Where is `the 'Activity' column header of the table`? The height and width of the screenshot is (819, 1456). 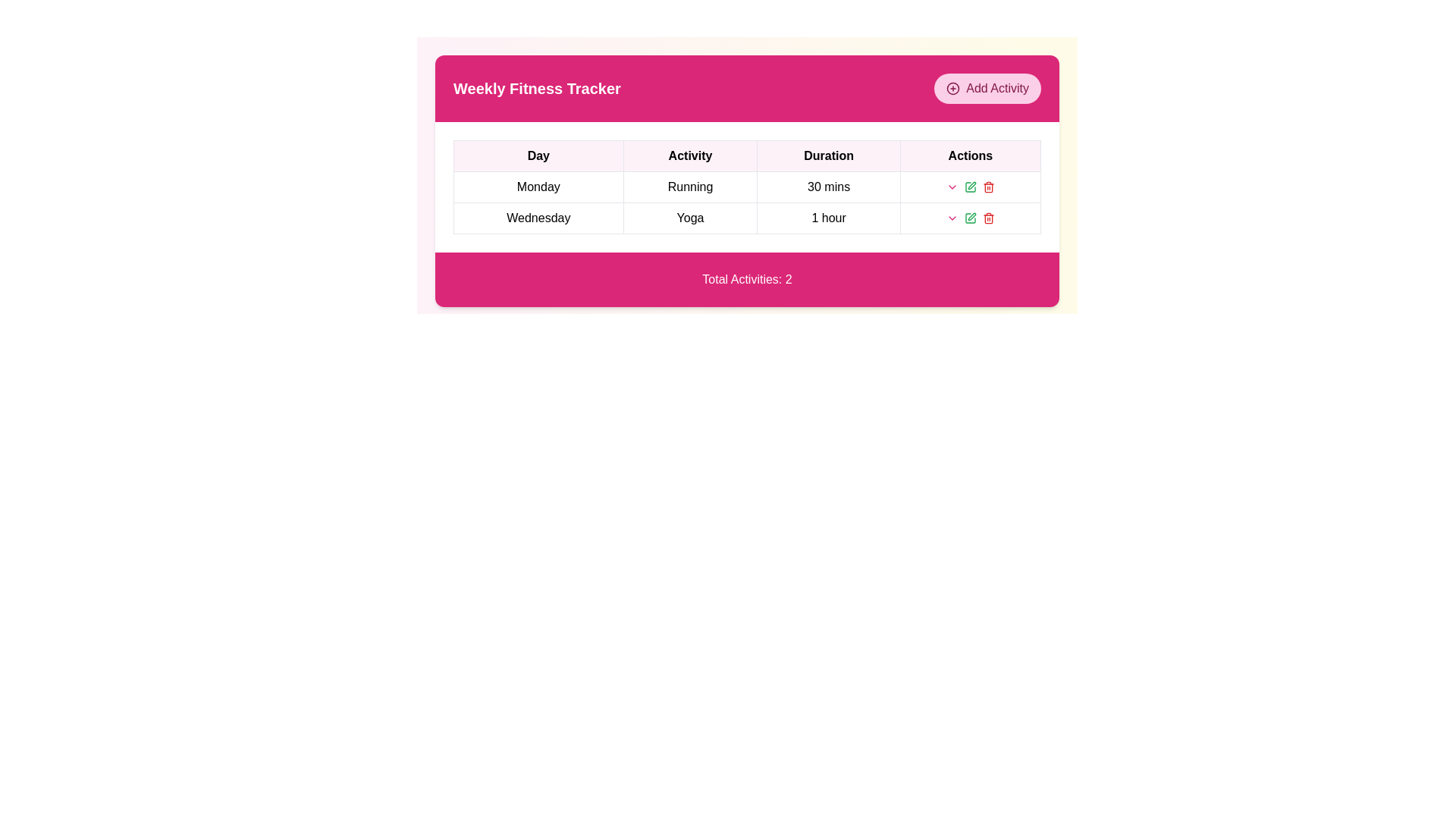
the 'Activity' column header of the table is located at coordinates (689, 155).